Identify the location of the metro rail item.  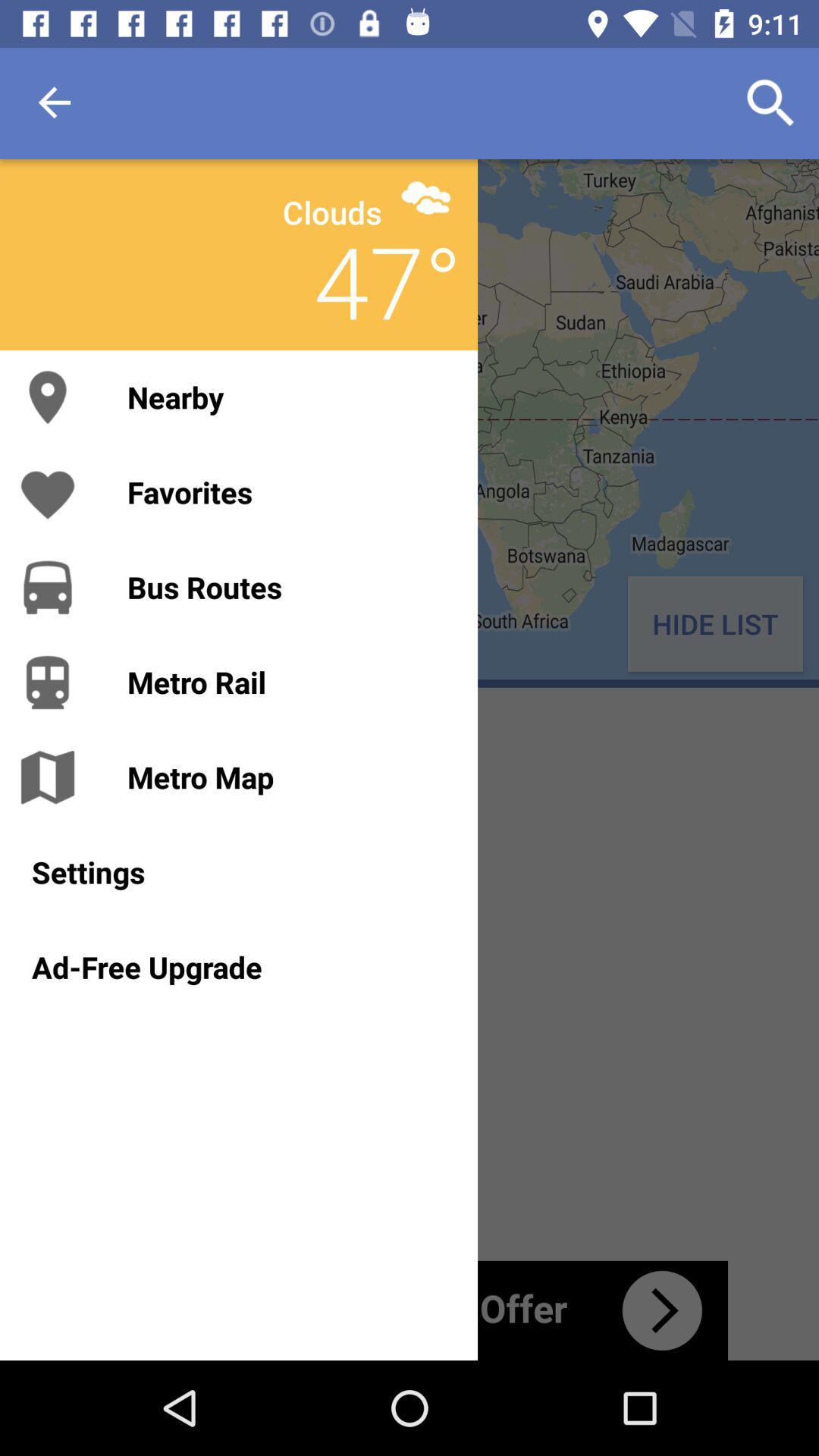
(287, 681).